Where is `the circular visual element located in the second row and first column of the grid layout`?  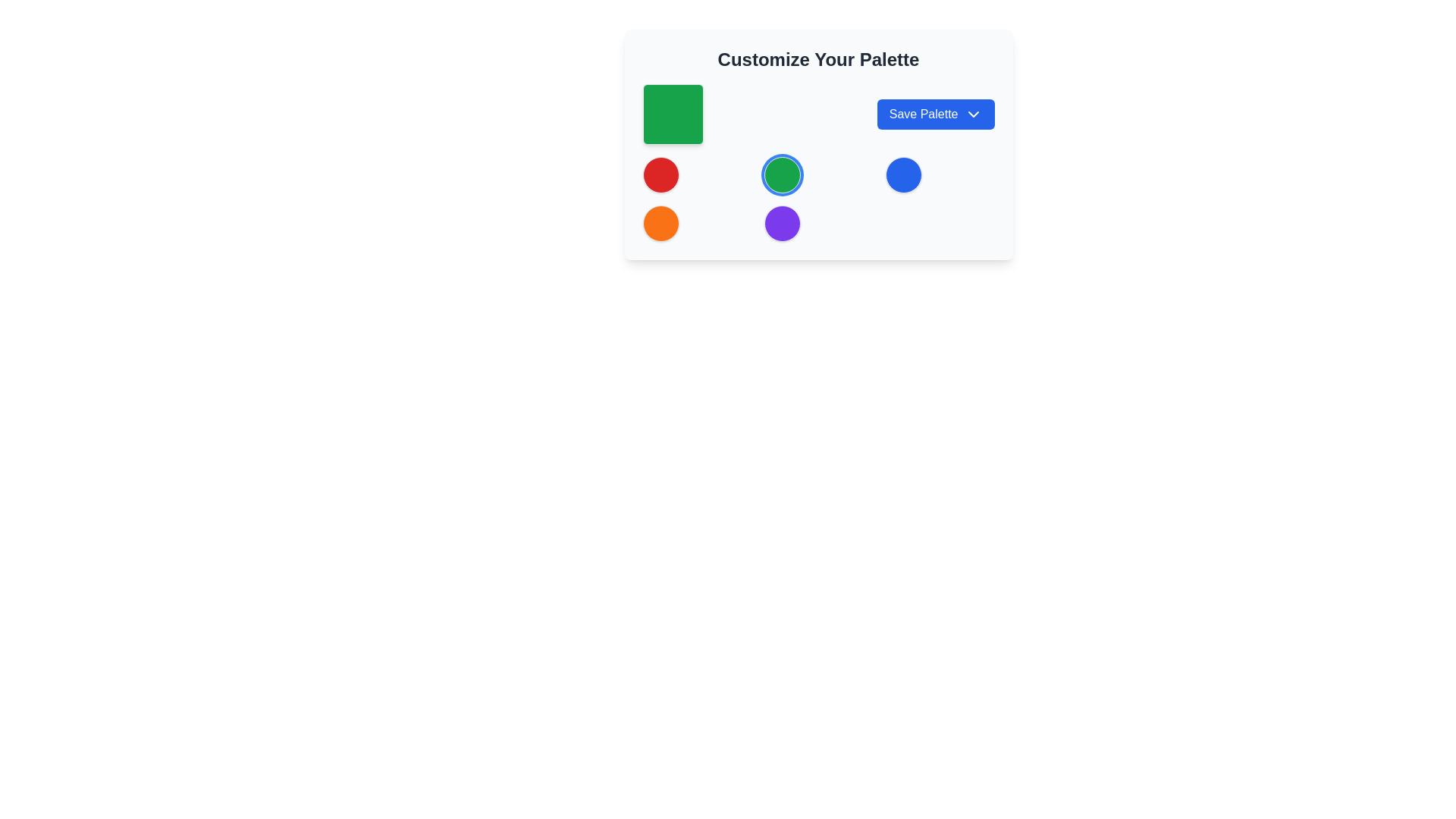
the circular visual element located in the second row and first column of the grid layout is located at coordinates (661, 223).